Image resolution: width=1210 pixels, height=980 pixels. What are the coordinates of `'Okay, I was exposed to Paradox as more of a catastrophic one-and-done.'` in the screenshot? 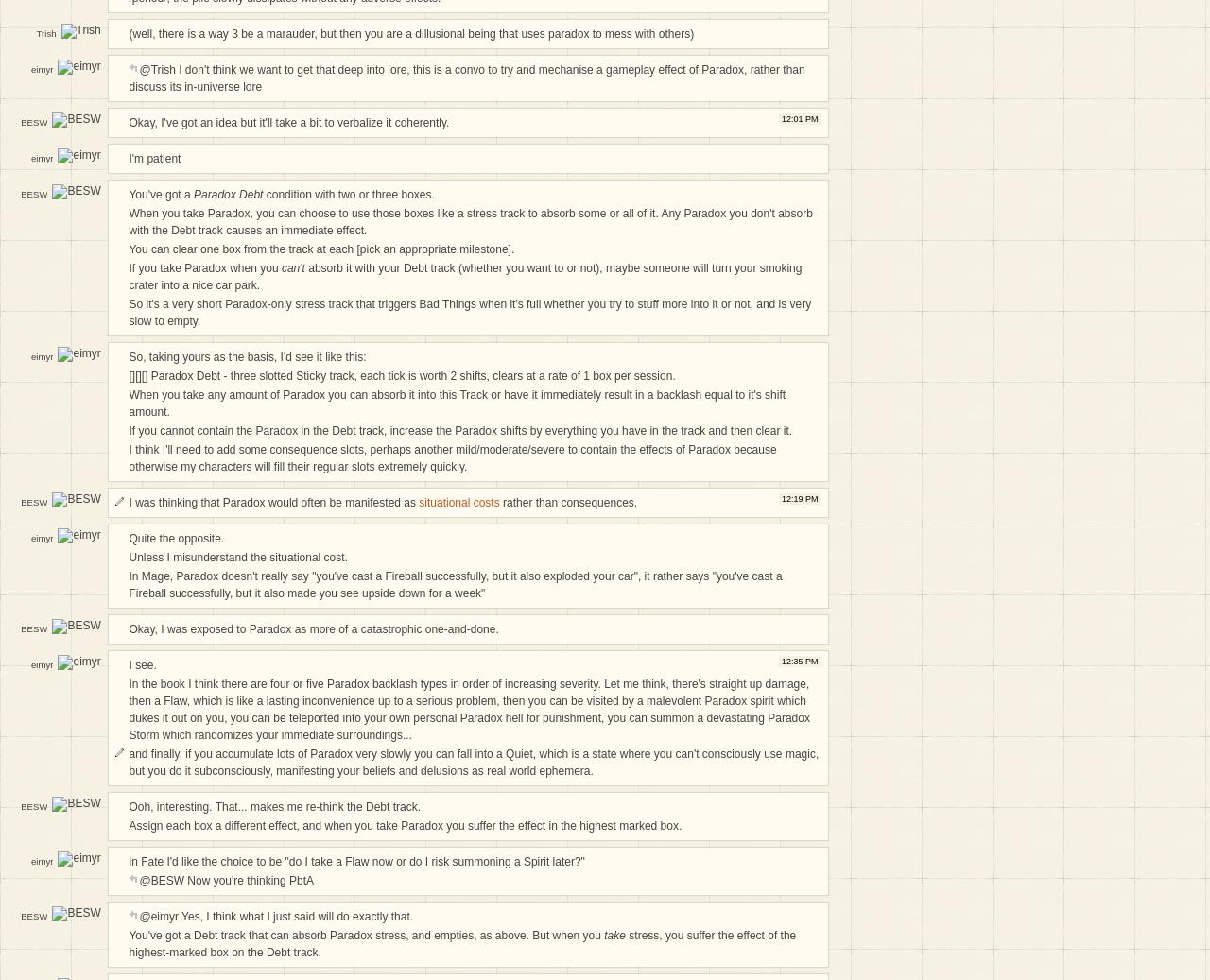 It's located at (313, 628).